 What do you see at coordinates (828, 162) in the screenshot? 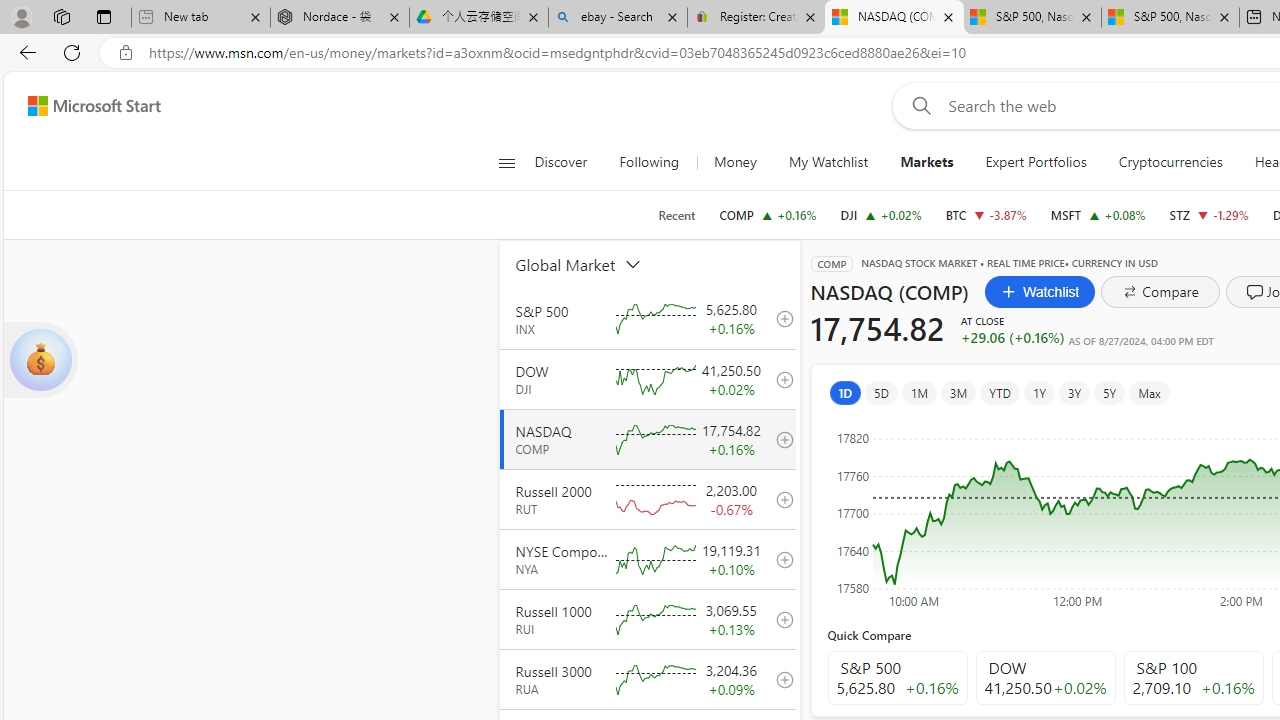
I see `'My Watchlist'` at bounding box center [828, 162].